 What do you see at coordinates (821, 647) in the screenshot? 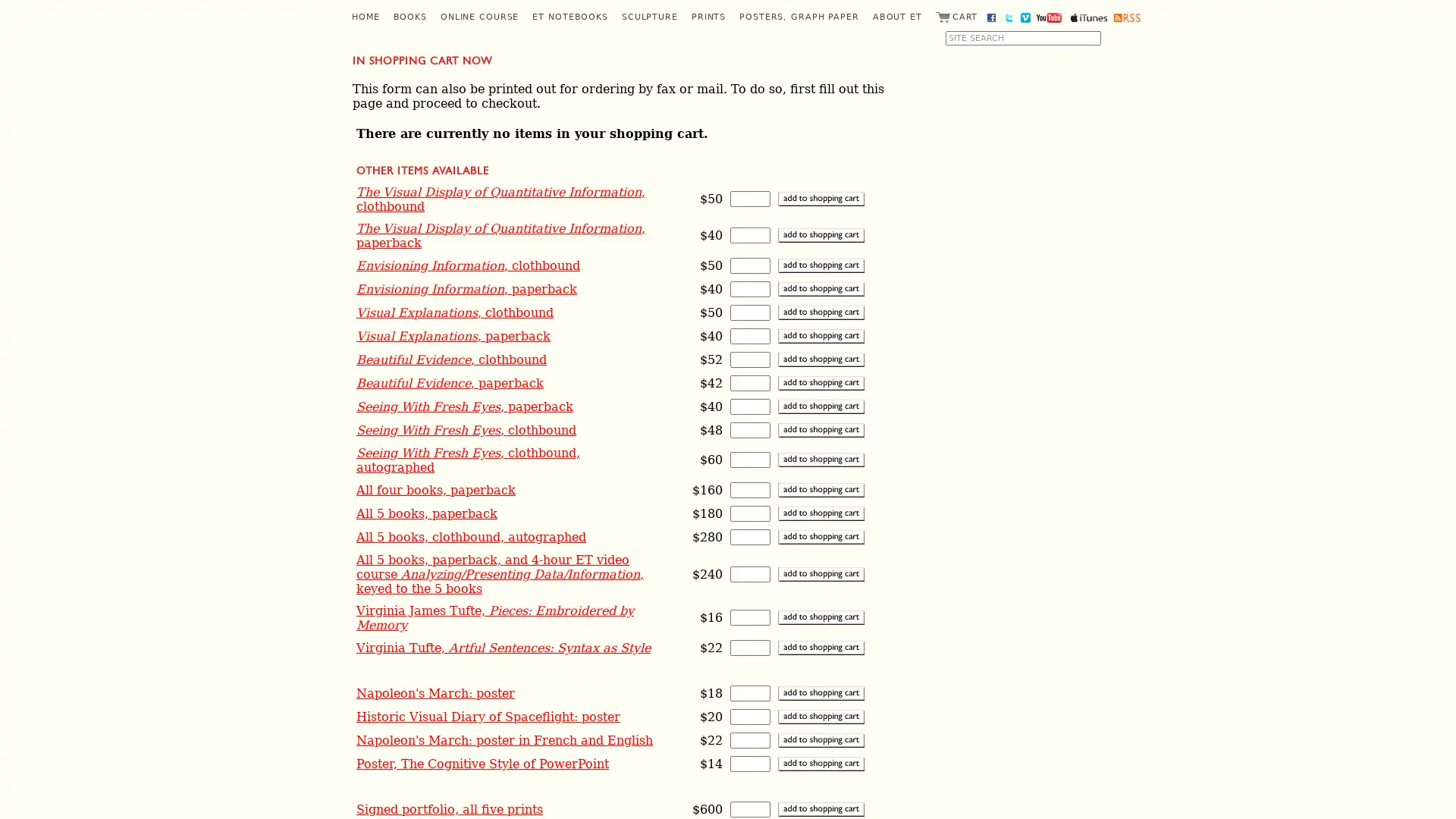
I see `add to shopping cart` at bounding box center [821, 647].